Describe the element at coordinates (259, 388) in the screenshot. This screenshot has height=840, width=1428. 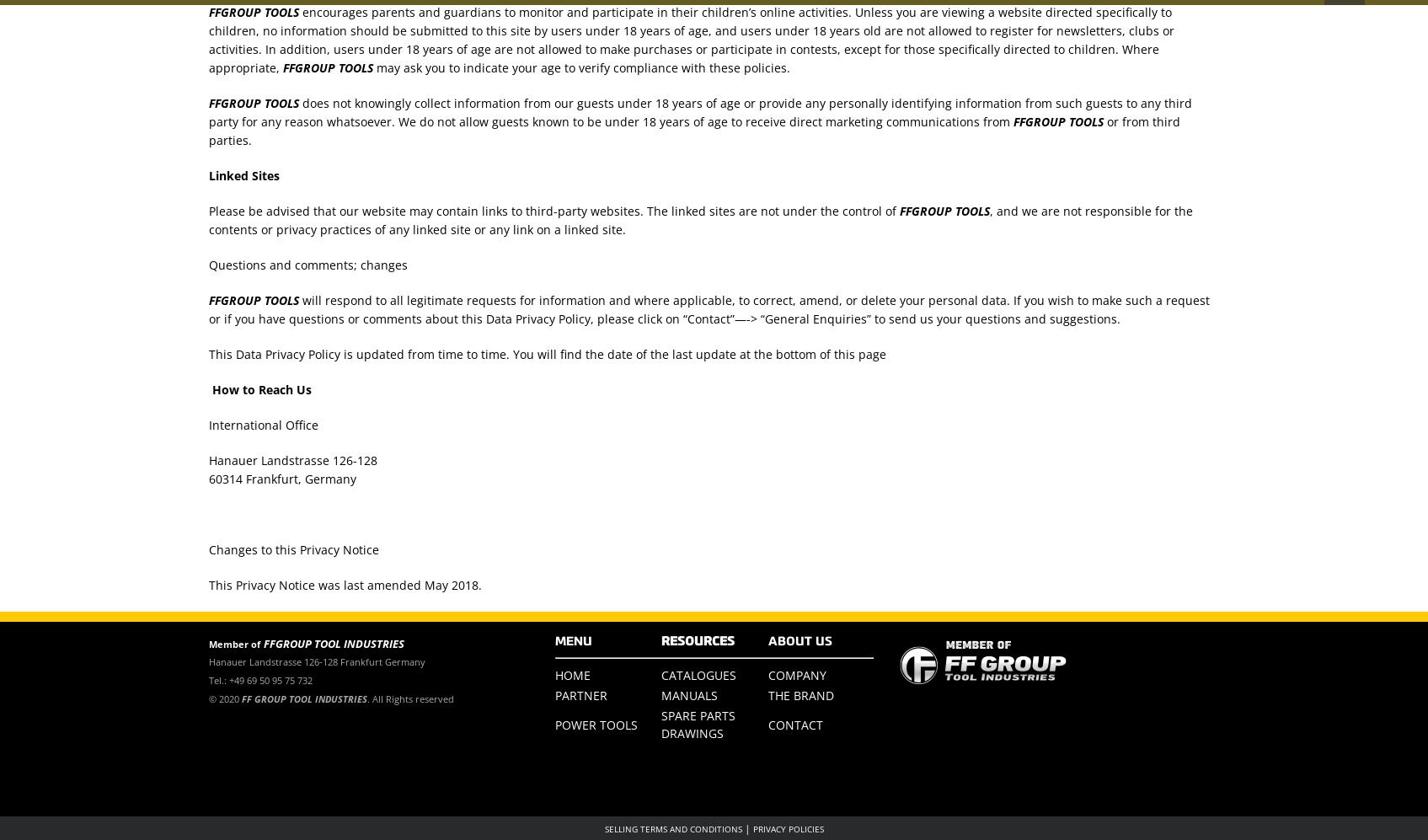
I see `'How to Reach Us'` at that location.